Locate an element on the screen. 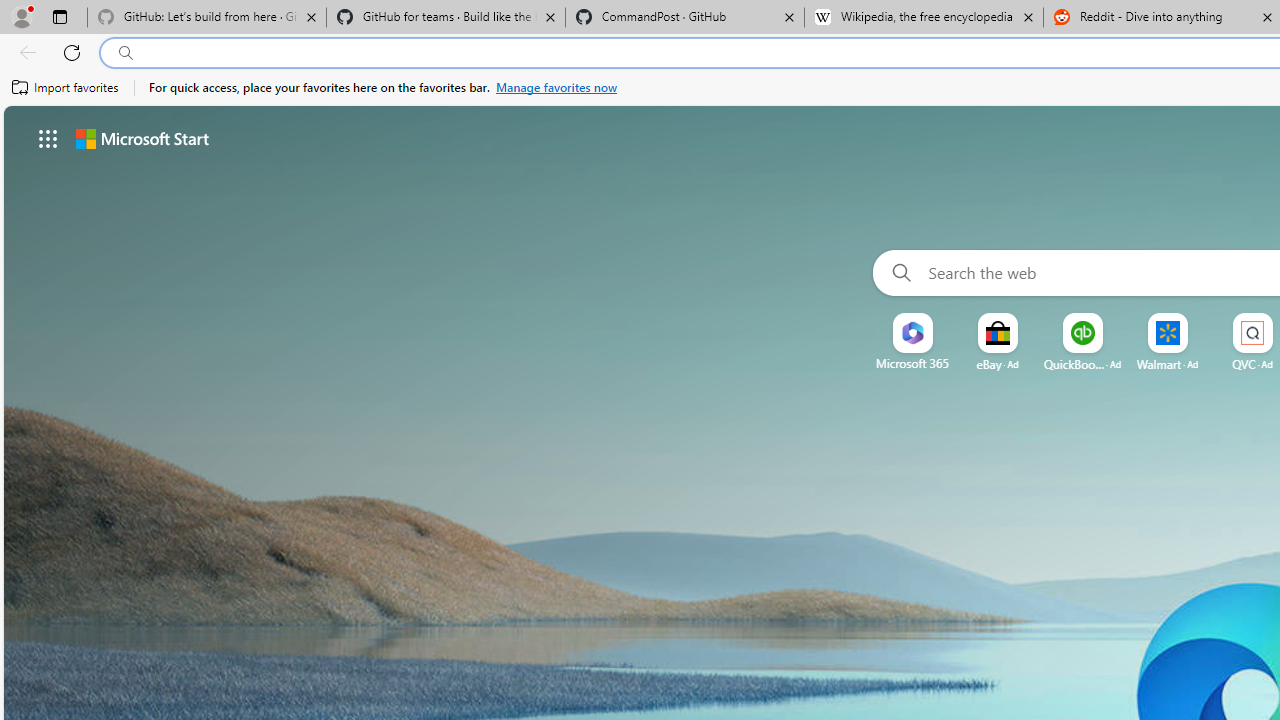 The image size is (1280, 720). 'Import favorites' is located at coordinates (65, 87).